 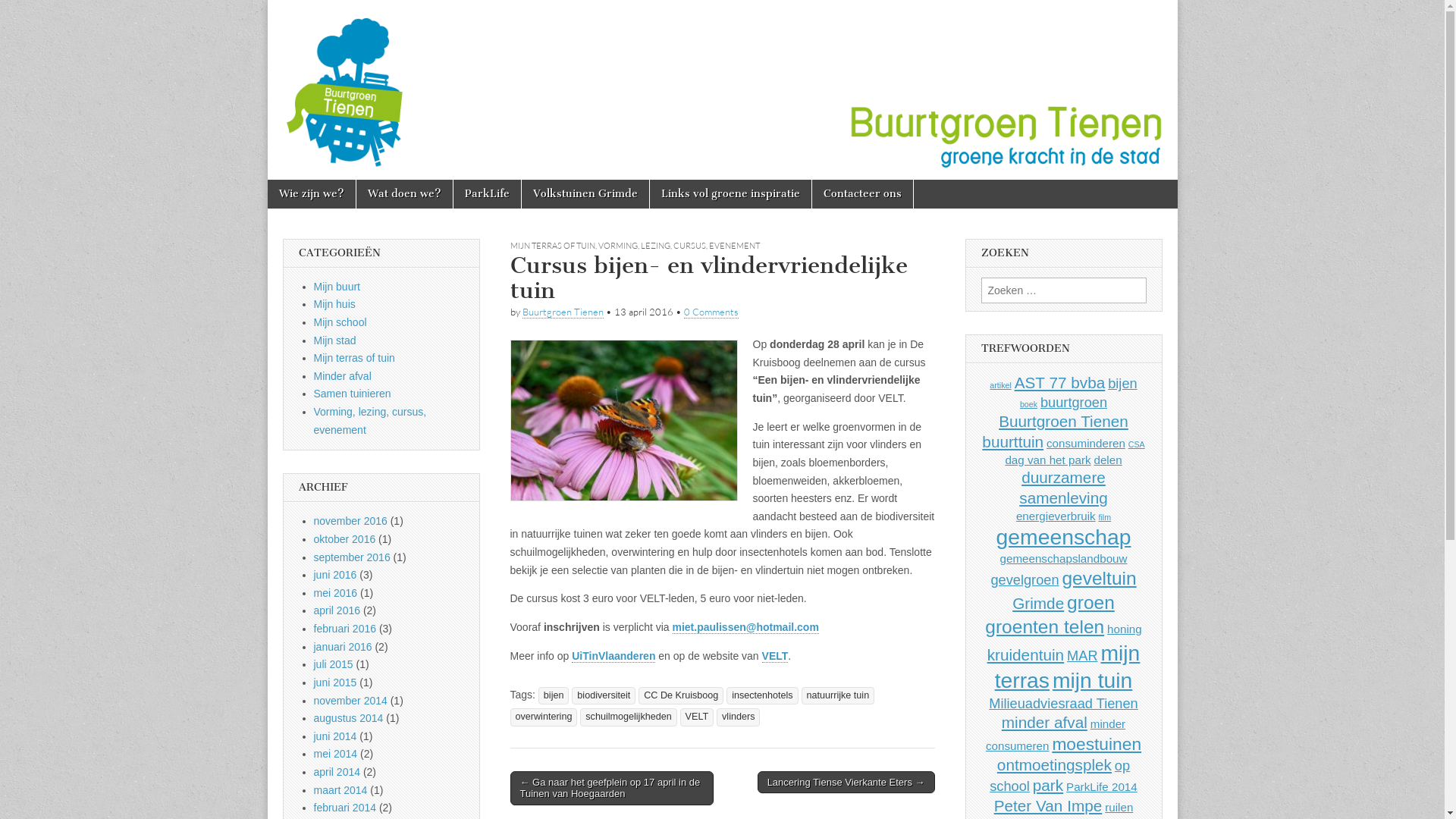 What do you see at coordinates (679, 695) in the screenshot?
I see `'CC De Kruisboog'` at bounding box center [679, 695].